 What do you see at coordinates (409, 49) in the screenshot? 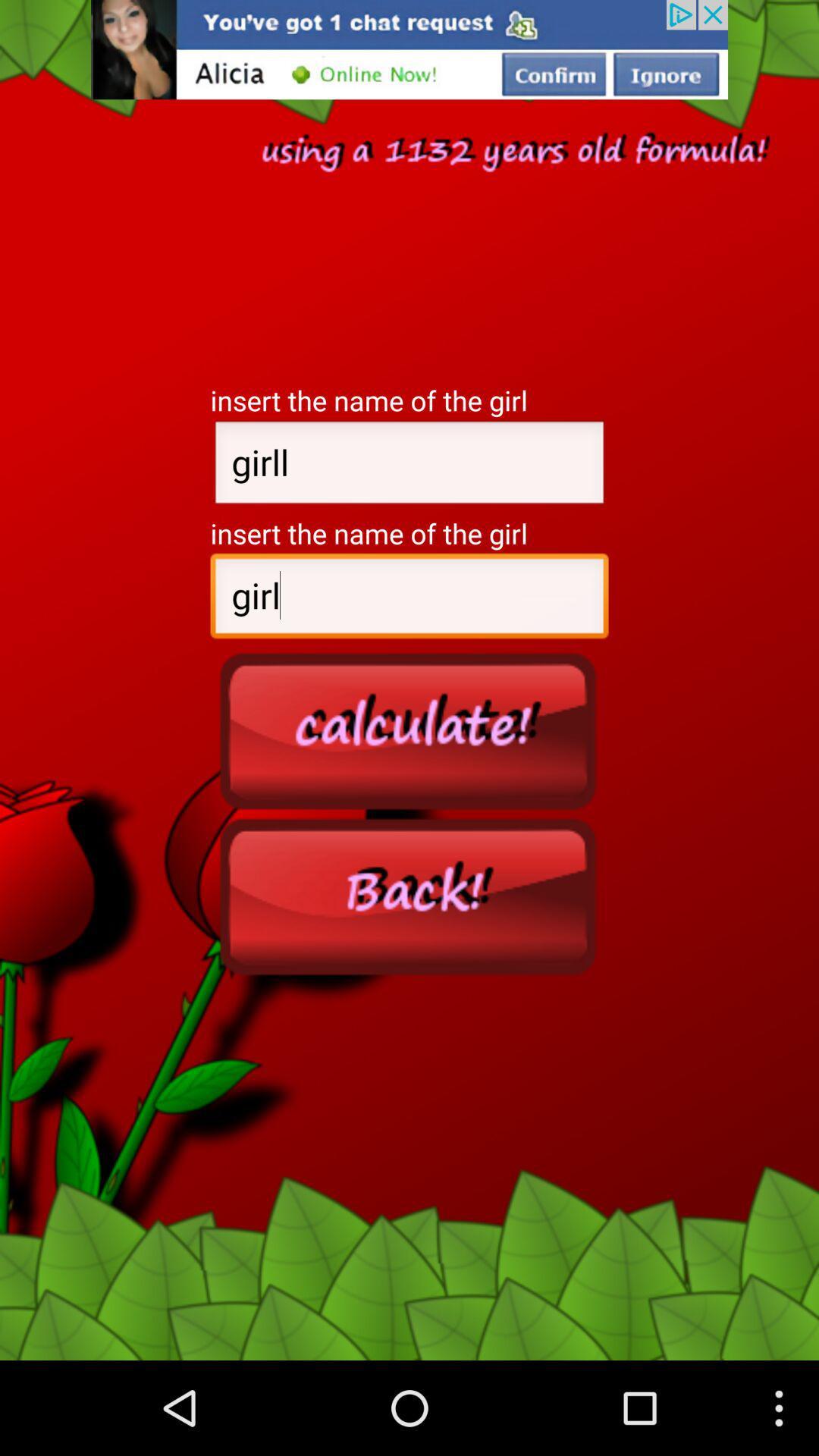
I see `advertisement link` at bounding box center [409, 49].